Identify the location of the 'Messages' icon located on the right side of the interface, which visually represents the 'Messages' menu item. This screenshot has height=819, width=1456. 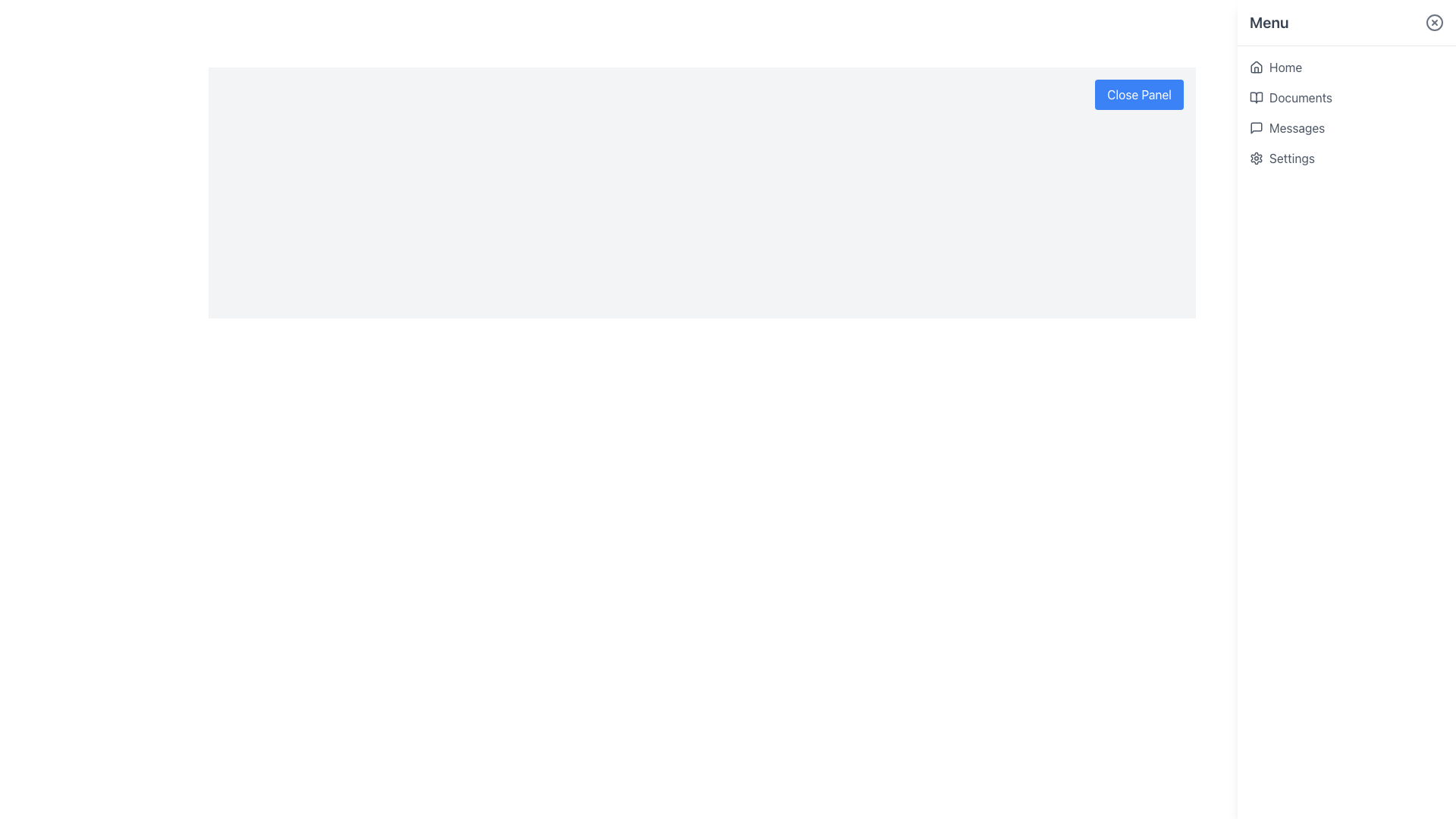
(1256, 127).